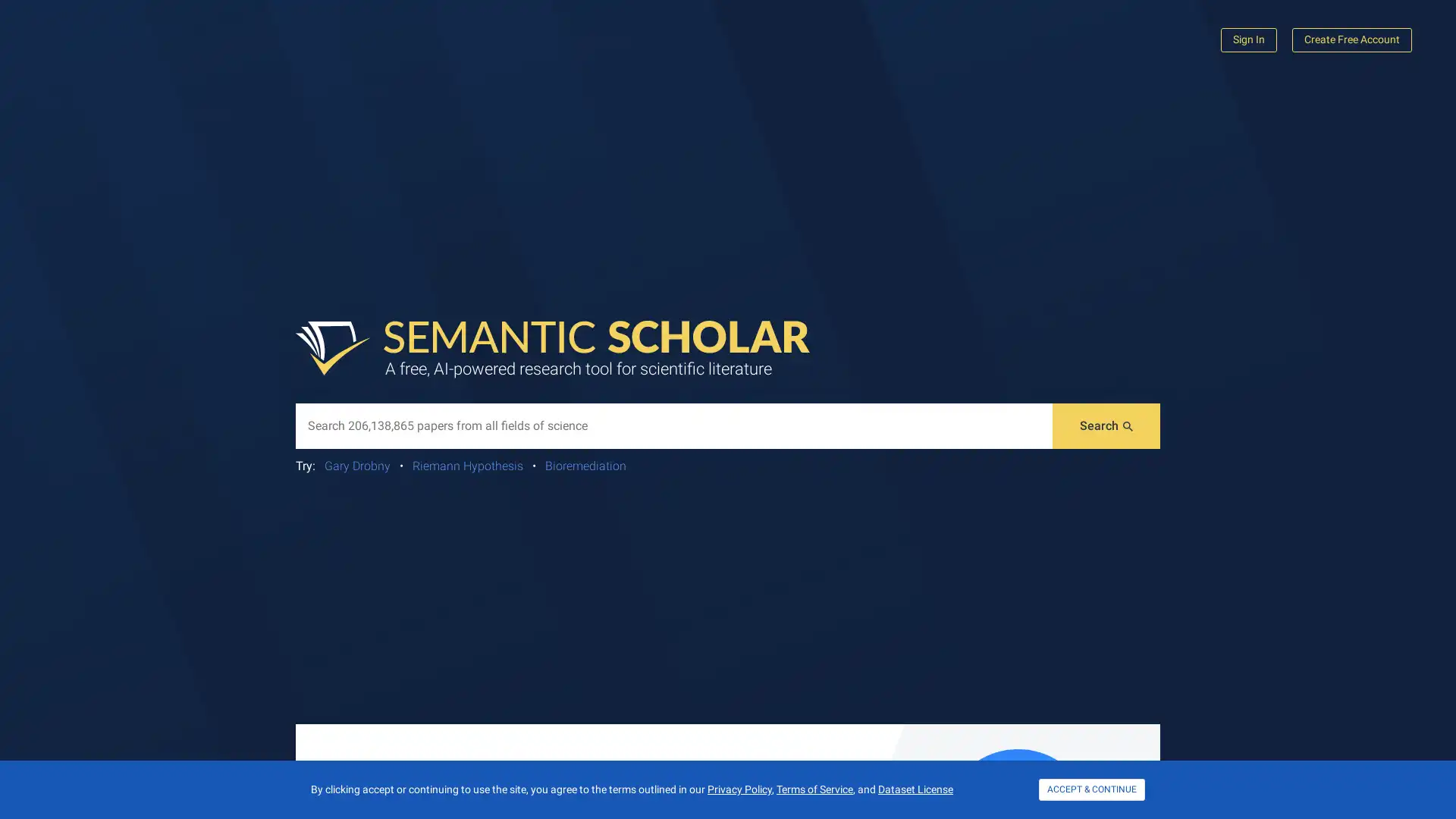 Image resolution: width=1456 pixels, height=819 pixels. What do you see at coordinates (1092, 789) in the screenshot?
I see `ACCEPT & CONTINUE` at bounding box center [1092, 789].